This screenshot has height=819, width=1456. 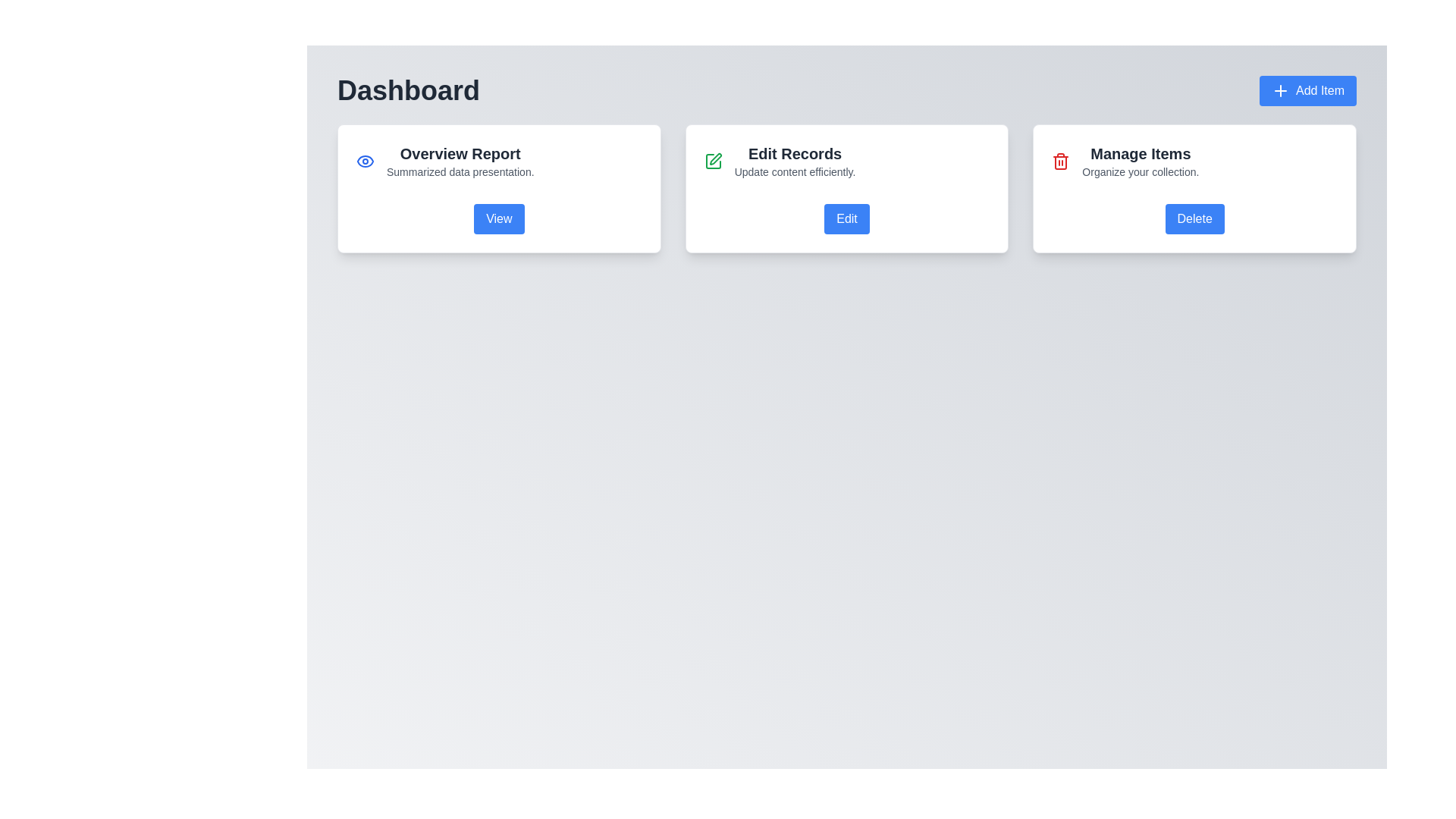 What do you see at coordinates (712, 161) in the screenshot?
I see `the green pencil icon enclosed within a square frame, which is located to the left of the 'Edit Records' title on the card` at bounding box center [712, 161].